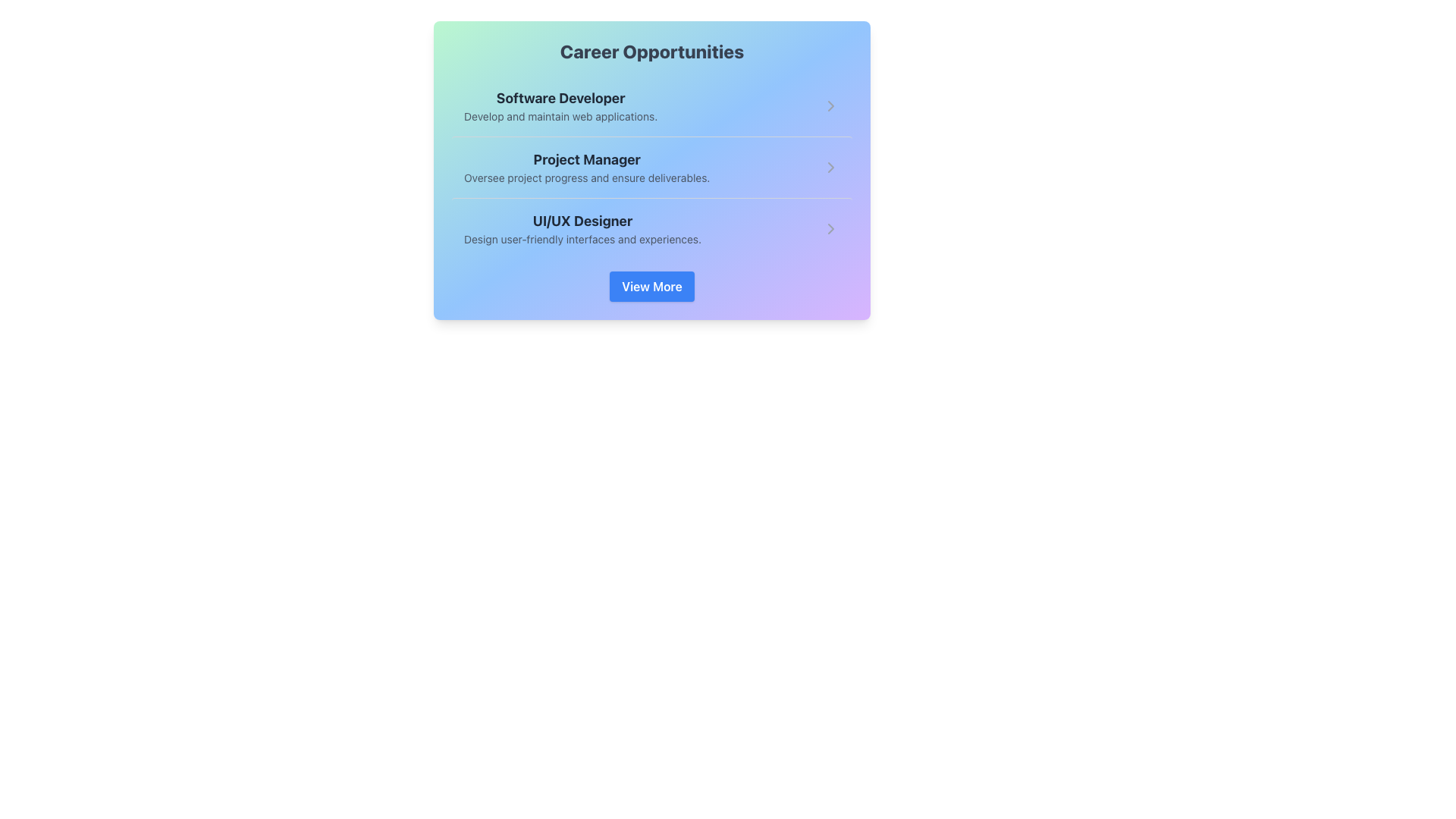 This screenshot has height=819, width=1456. Describe the element at coordinates (582, 228) in the screenshot. I see `the Text Content Block that summarizes the UI/UX Designer career opportunity, which is the third entry in the list of career listings` at that location.